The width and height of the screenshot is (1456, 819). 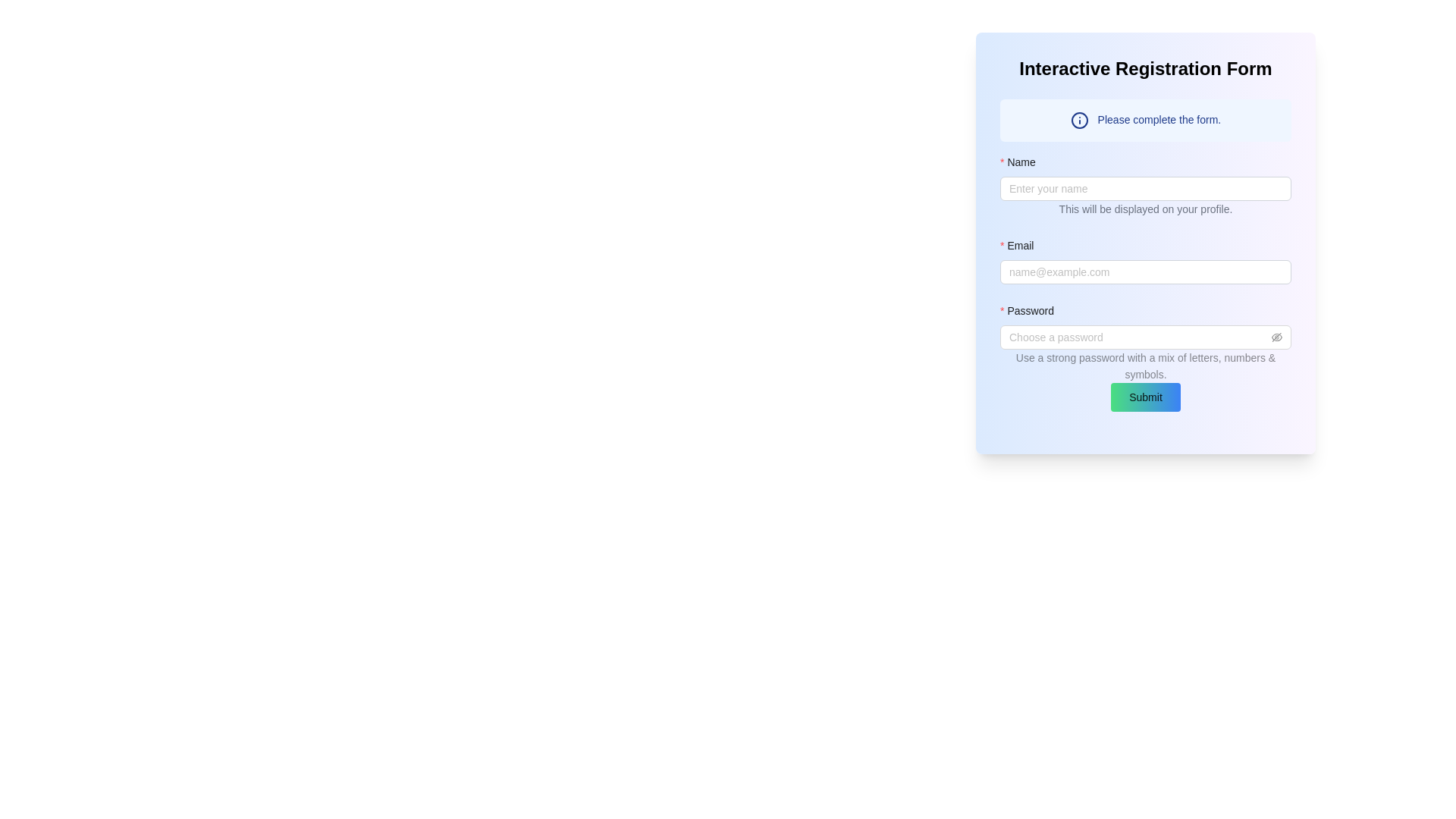 What do you see at coordinates (1146, 342) in the screenshot?
I see `inside the Password input field with visibility toggle to focus it, located in the third row of the form, below the 'Email' input field and above the 'Submit' button` at bounding box center [1146, 342].